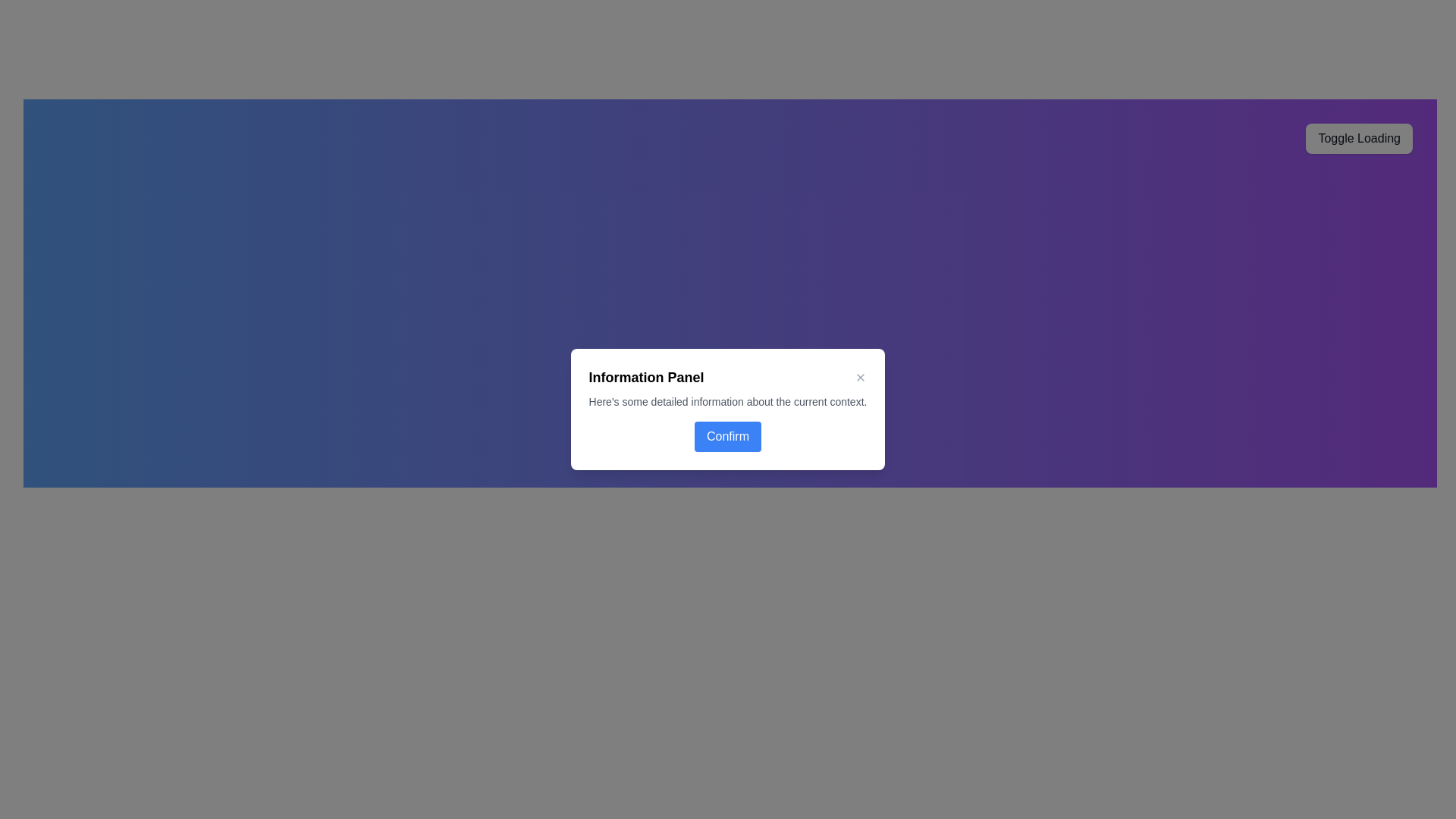 The width and height of the screenshot is (1456, 819). I want to click on the confirmation button located directly below the information text in the dialog box, so click(728, 436).